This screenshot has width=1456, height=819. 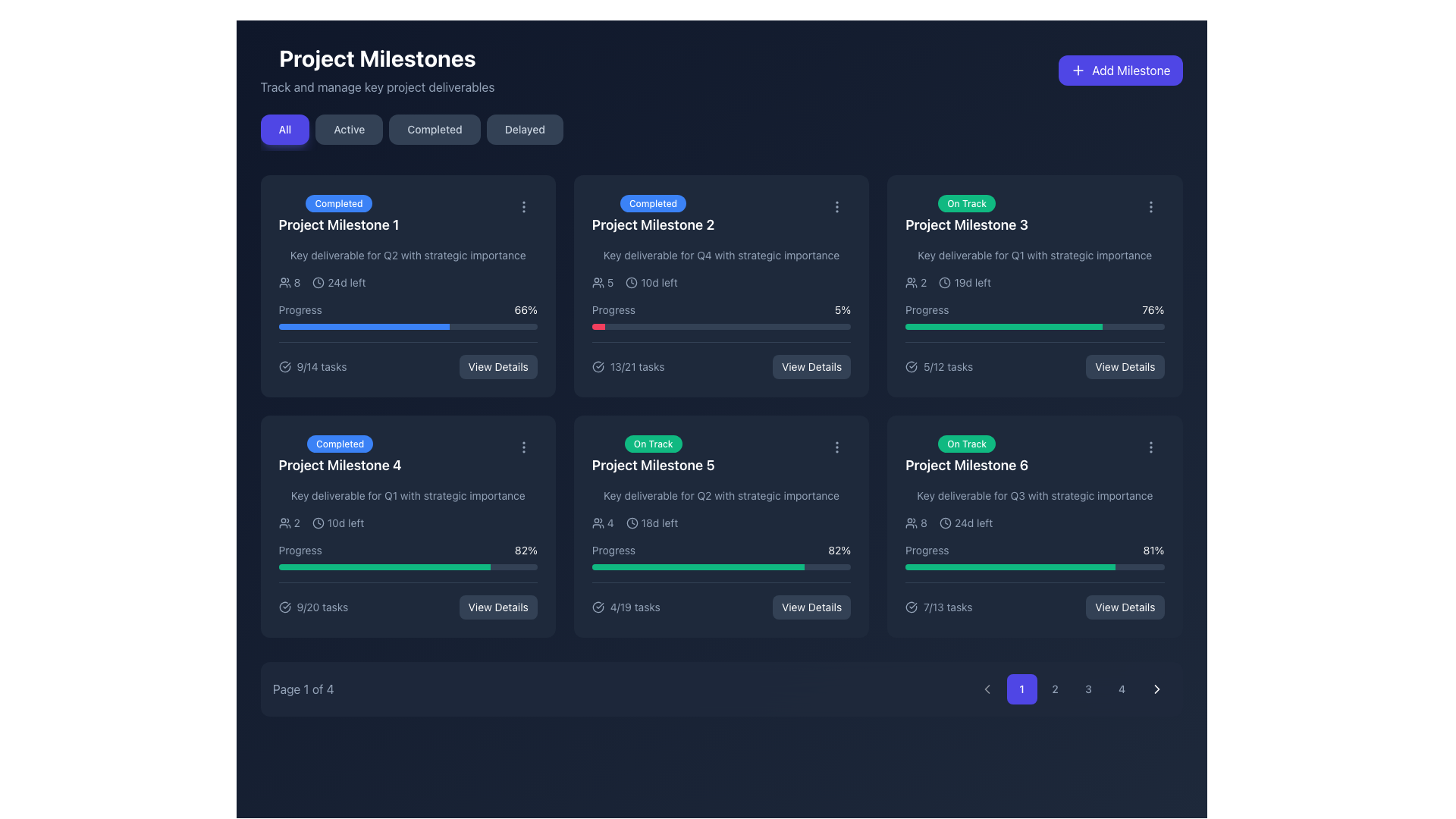 What do you see at coordinates (1010, 567) in the screenshot?
I see `the progress bar segment representing 81% completion of Project Milestone 6, located in the second row, third column of the milestone cards` at bounding box center [1010, 567].